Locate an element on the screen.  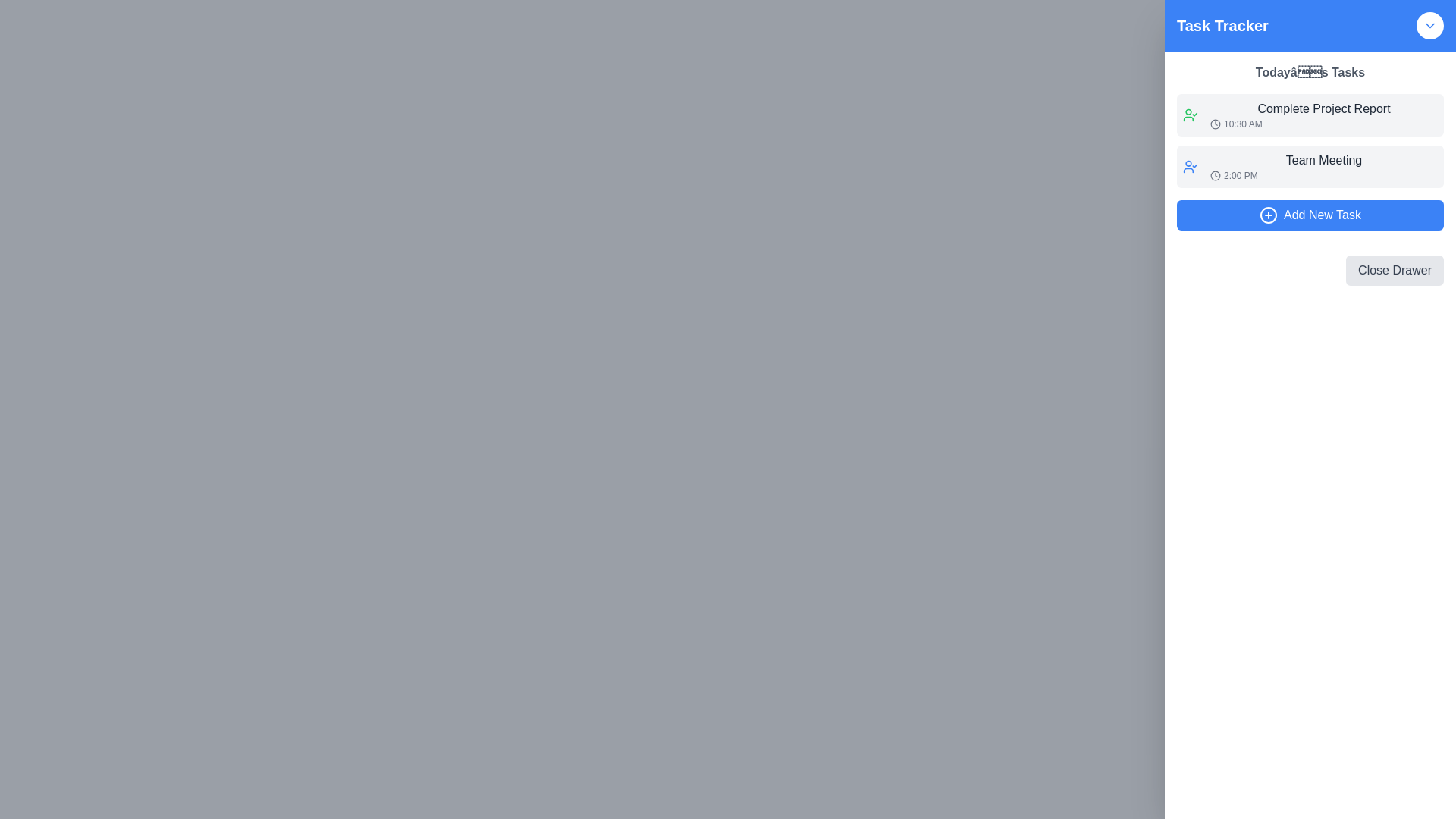
the time icon located to the left of the time text '2:00 PM' in the second item of the task list labeled 'Team Meeting' is located at coordinates (1216, 174).